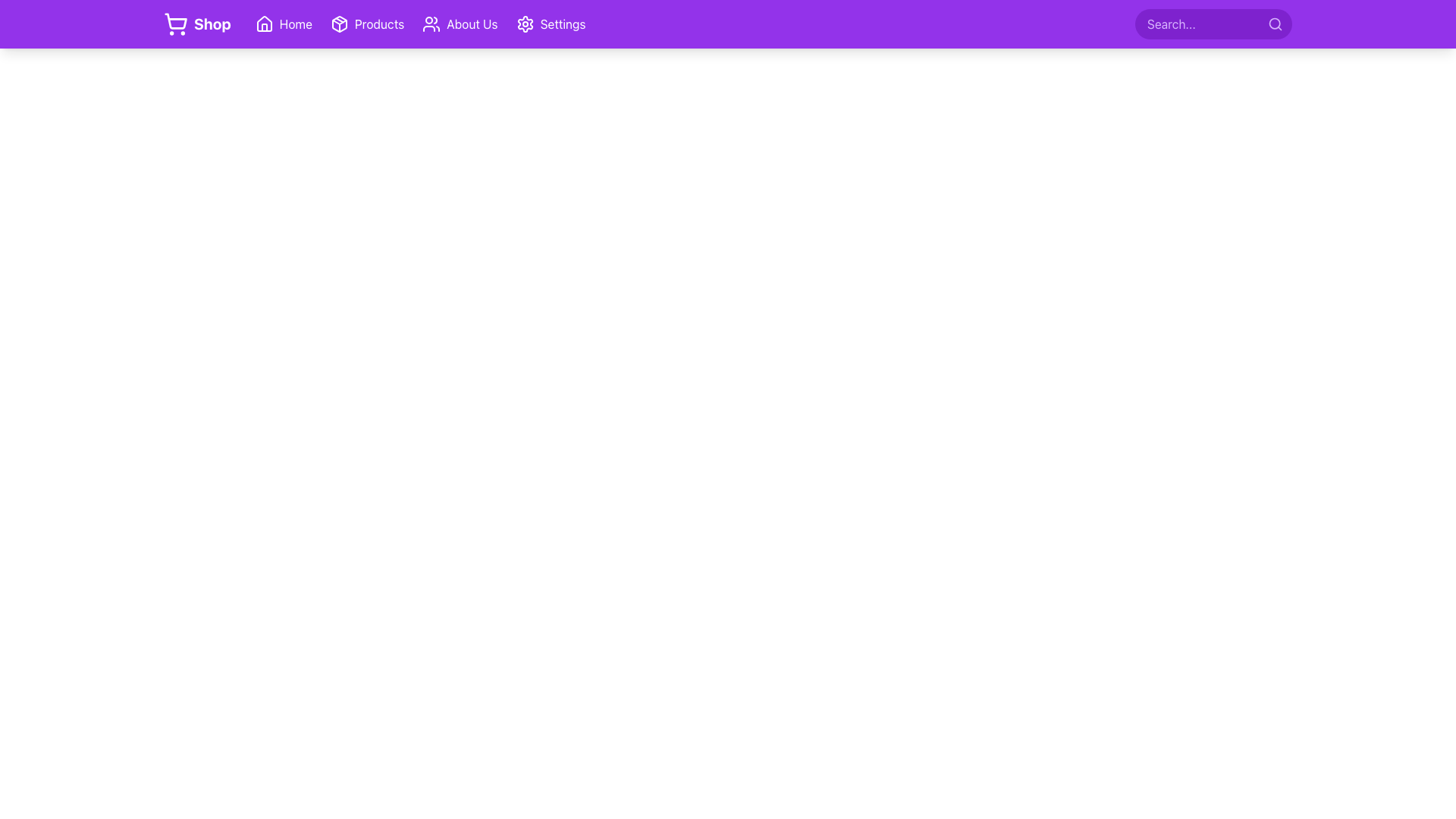 The width and height of the screenshot is (1456, 819). I want to click on the 'Home' navigation link, which features a house icon and white text on a purple background, so click(284, 24).